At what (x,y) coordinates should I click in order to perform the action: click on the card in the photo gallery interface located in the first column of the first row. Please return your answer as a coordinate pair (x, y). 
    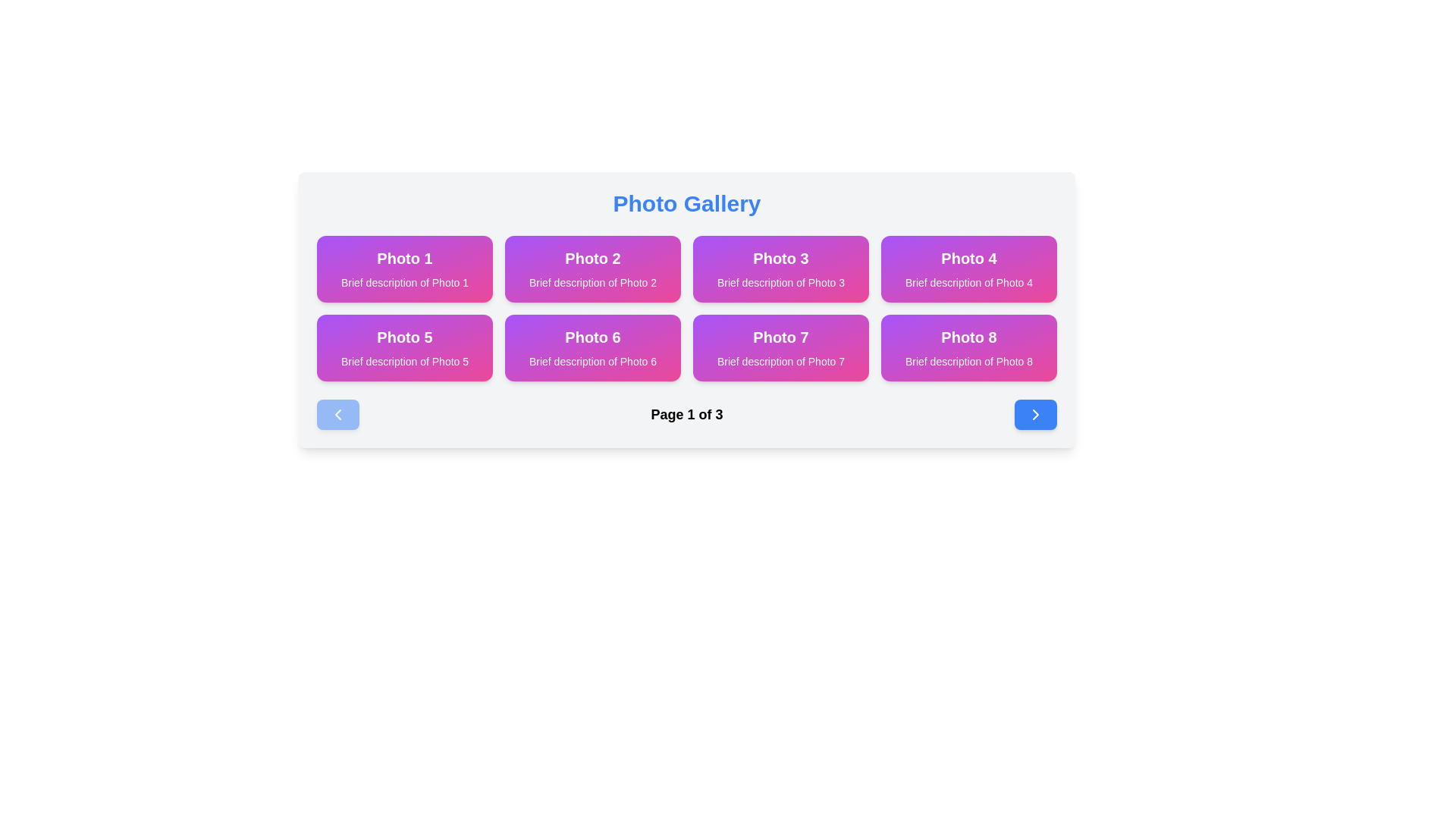
    Looking at the image, I should click on (404, 268).